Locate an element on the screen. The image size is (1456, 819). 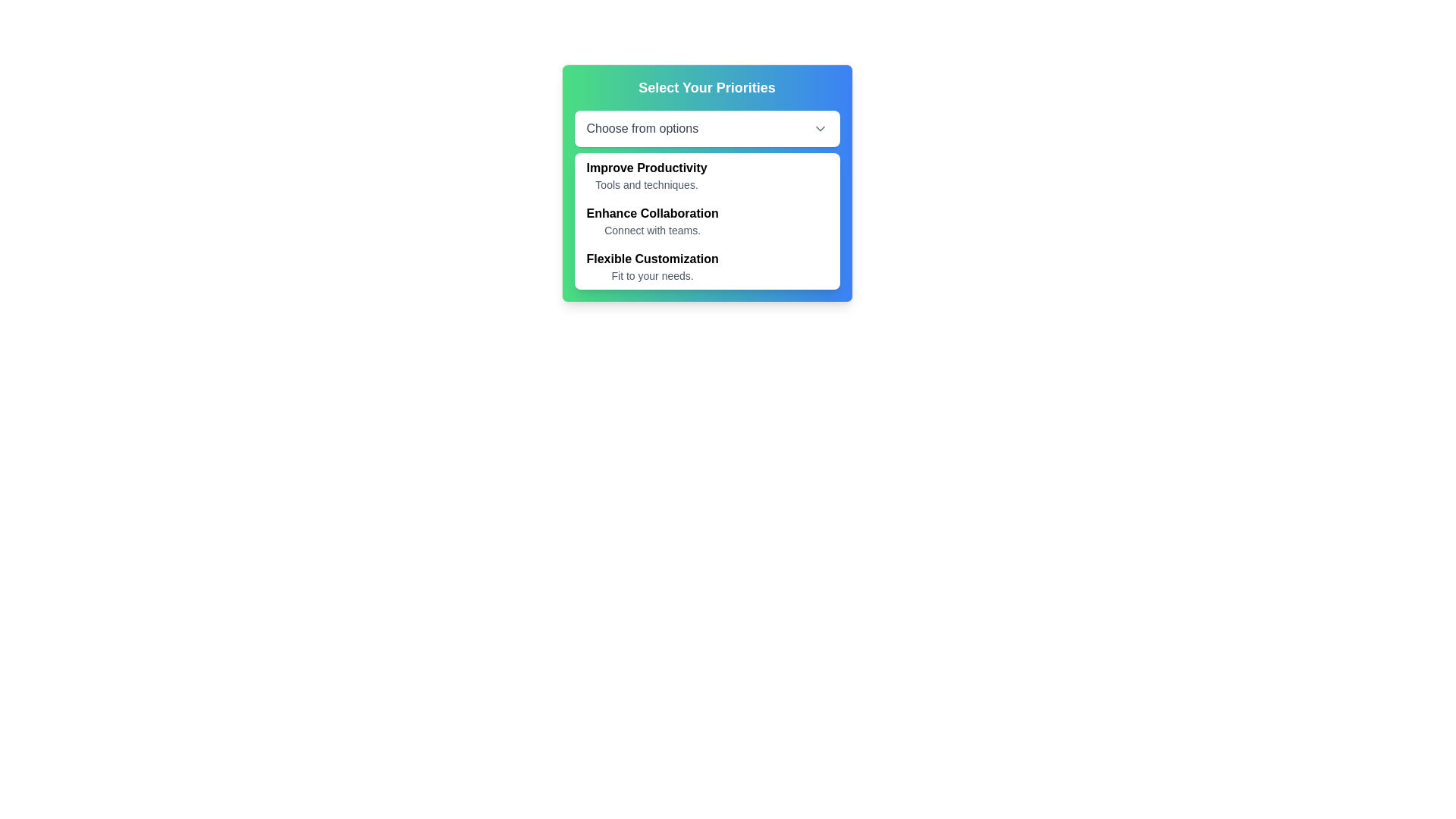
the second item in the dropdown menu, which is positioned between 'Improve Productivity' and 'Flexible Customization' is located at coordinates (652, 221).